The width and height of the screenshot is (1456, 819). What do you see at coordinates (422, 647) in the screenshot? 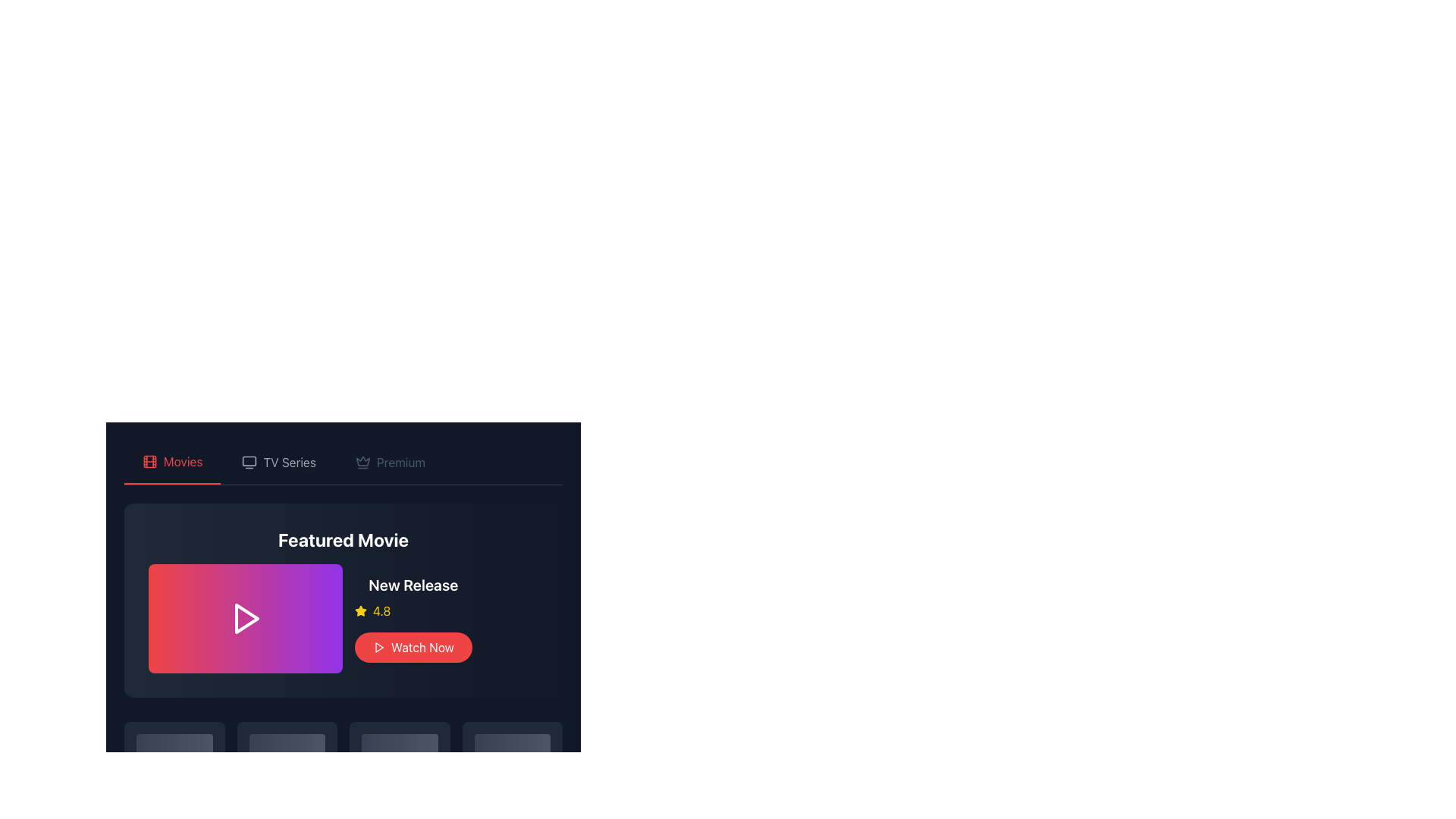
I see `the button labeled with a call-to-action text that prompts users to play a movie, located in the middle-right area of the featured movie card below the 'New Release' label and adjacent to a play icon` at bounding box center [422, 647].